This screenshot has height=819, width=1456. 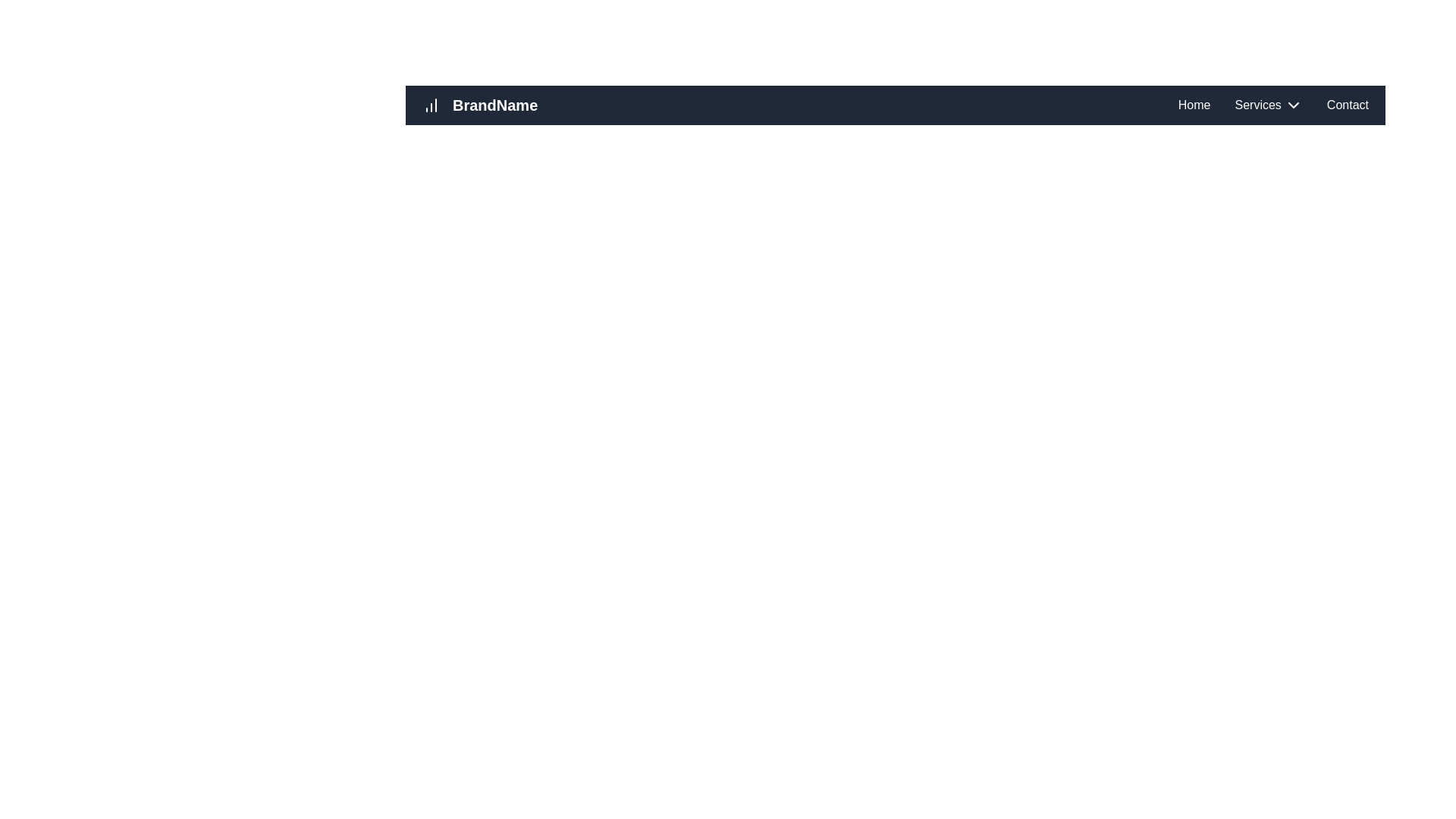 I want to click on the 'Services' dropdown menu trigger located in the navigation bar, which is the second item between 'Home' and 'Contact', so click(x=1269, y=104).